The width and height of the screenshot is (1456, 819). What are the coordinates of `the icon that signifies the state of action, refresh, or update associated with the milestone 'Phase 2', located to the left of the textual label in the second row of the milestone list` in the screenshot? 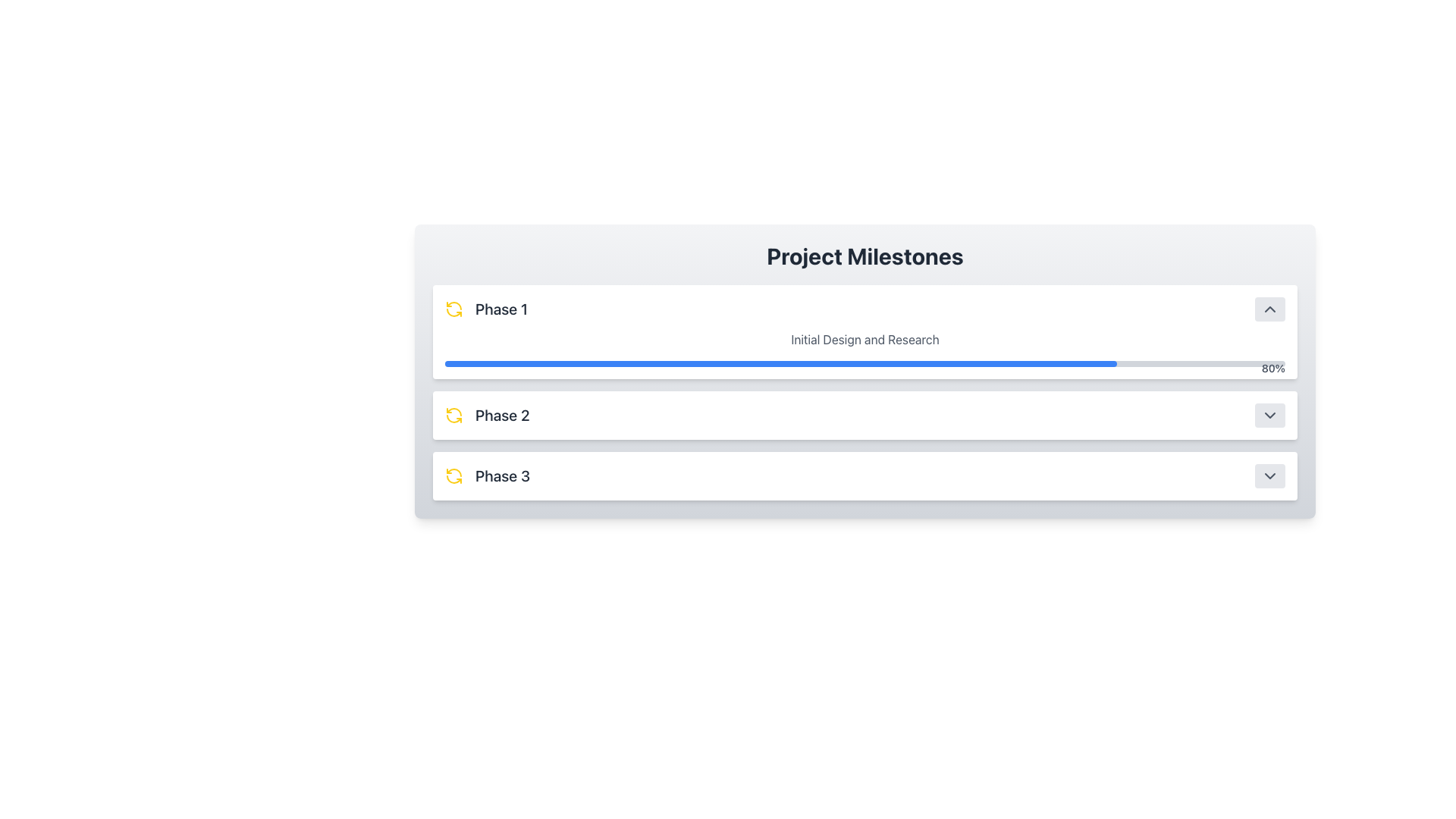 It's located at (453, 415).